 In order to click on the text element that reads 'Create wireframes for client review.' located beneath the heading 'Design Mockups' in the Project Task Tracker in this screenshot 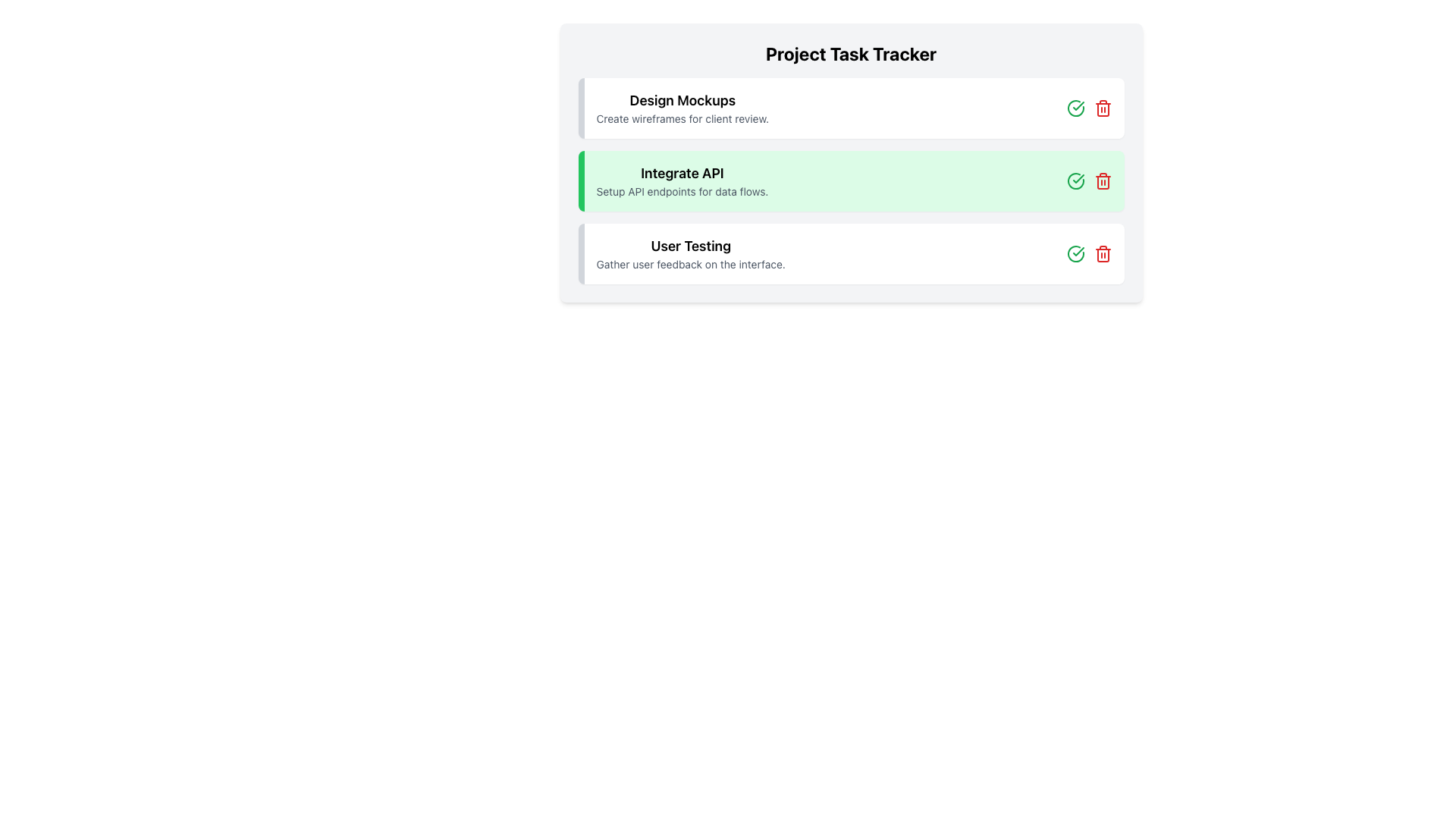, I will do `click(682, 118)`.